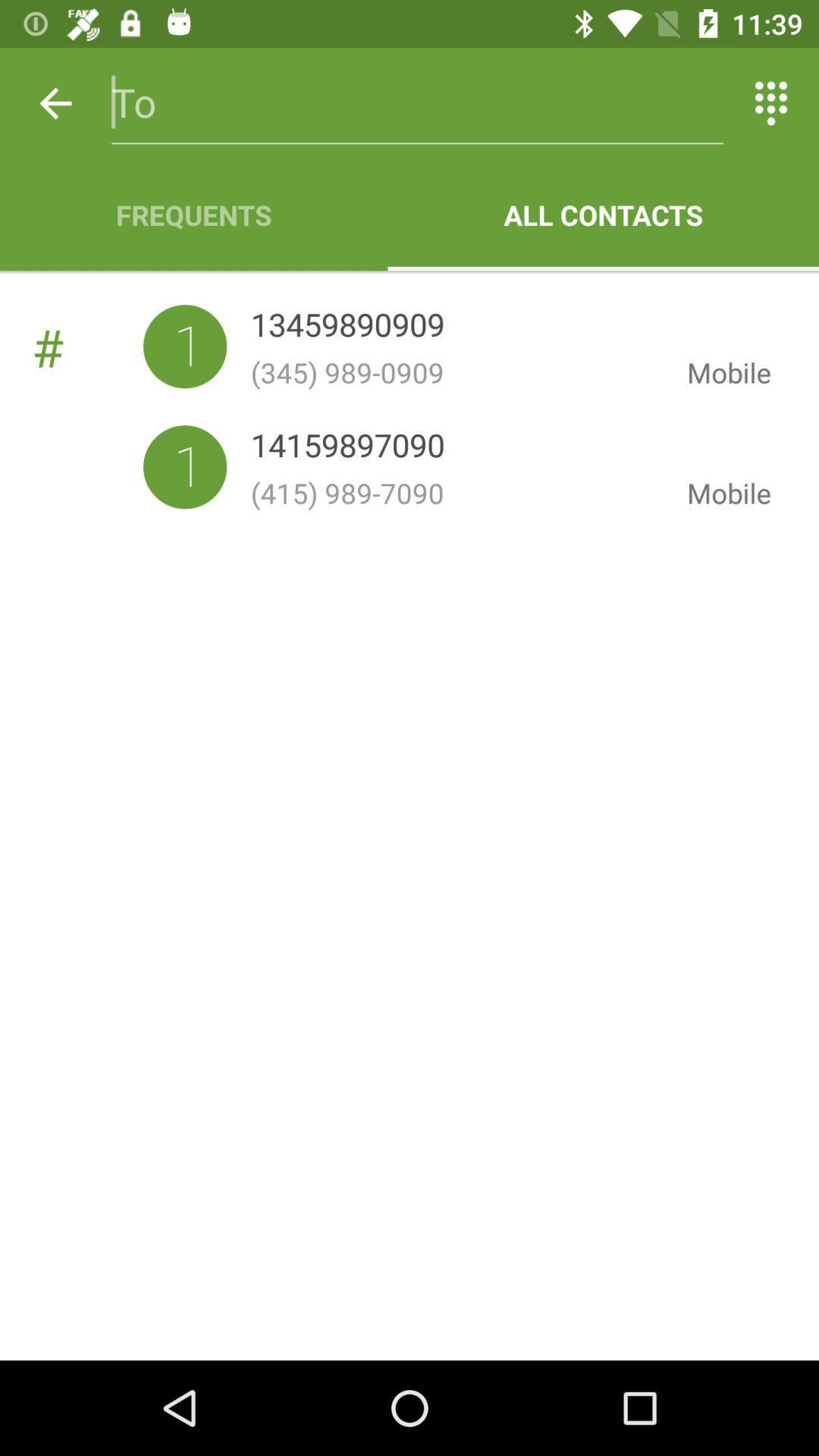  Describe the element at coordinates (602, 214) in the screenshot. I see `item to the right of the frequents icon` at that location.